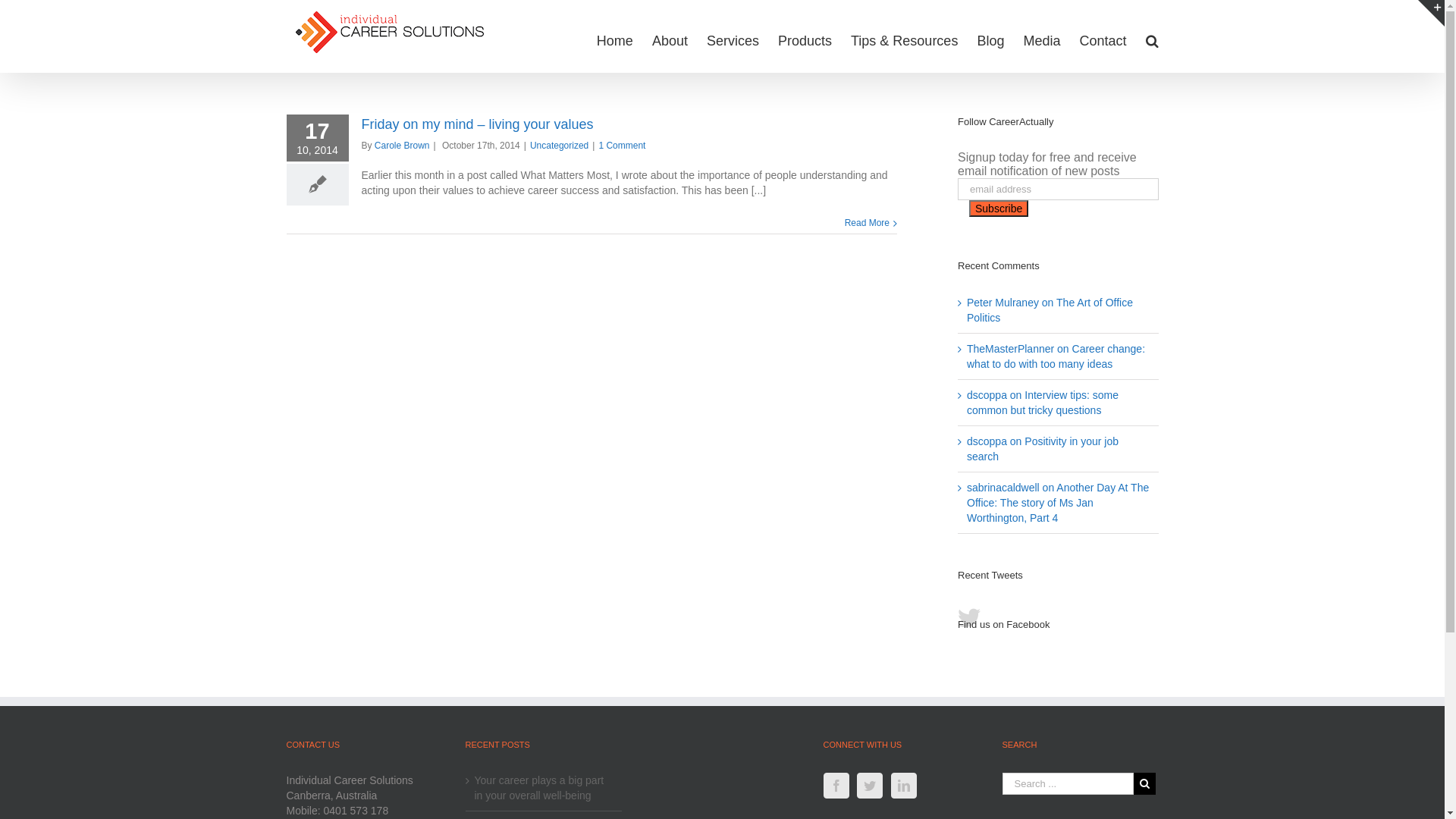 Image resolution: width=1456 pixels, height=819 pixels. Describe the element at coordinates (669, 39) in the screenshot. I see `'About'` at that location.